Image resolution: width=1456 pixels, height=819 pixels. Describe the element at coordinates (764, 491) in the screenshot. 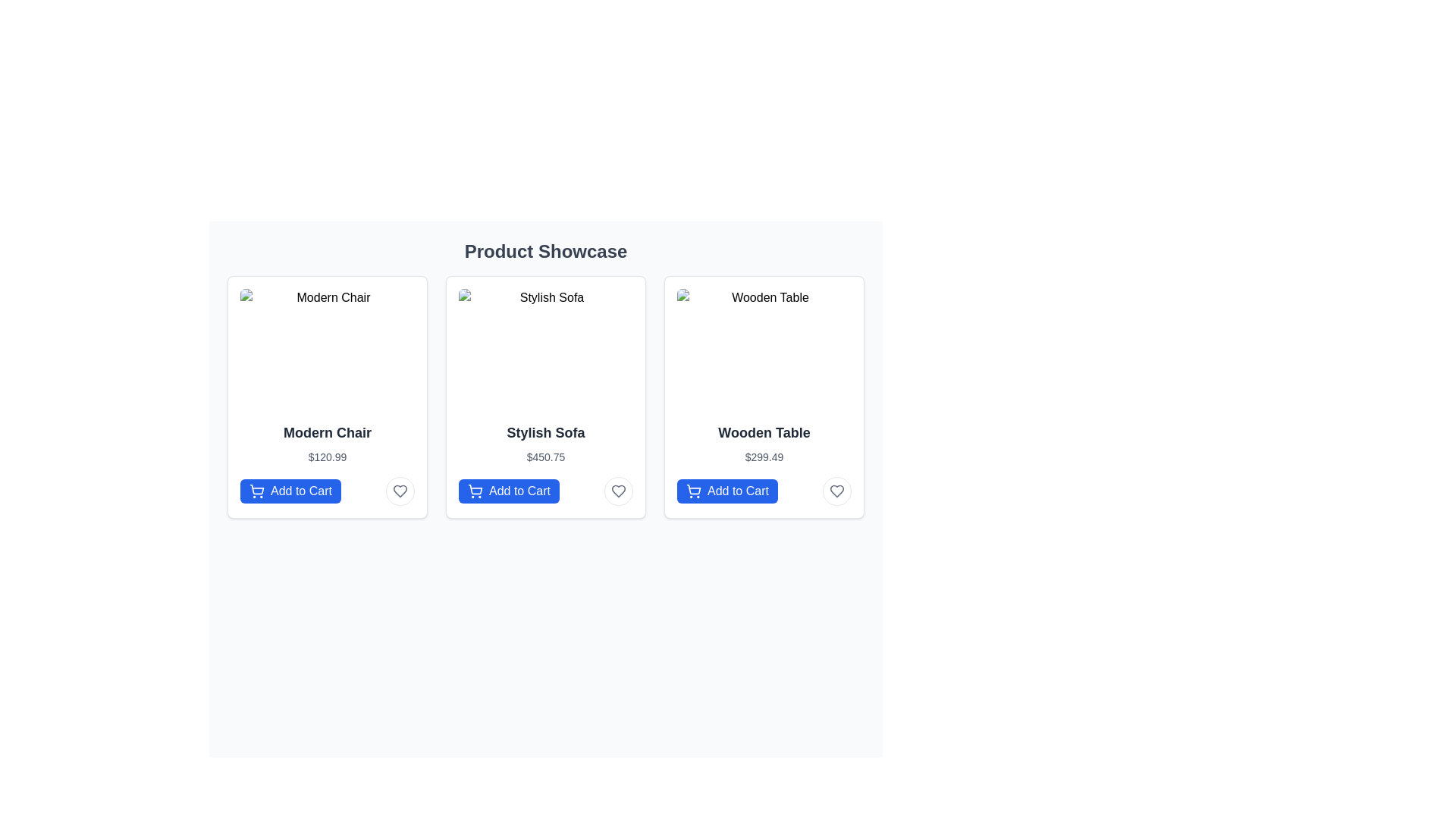

I see `the 'Add to Cart' button, which is a rectangular blue button with white text and a shopping cart icon, located at the bottom section of the product card for 'Wooden Table'` at that location.